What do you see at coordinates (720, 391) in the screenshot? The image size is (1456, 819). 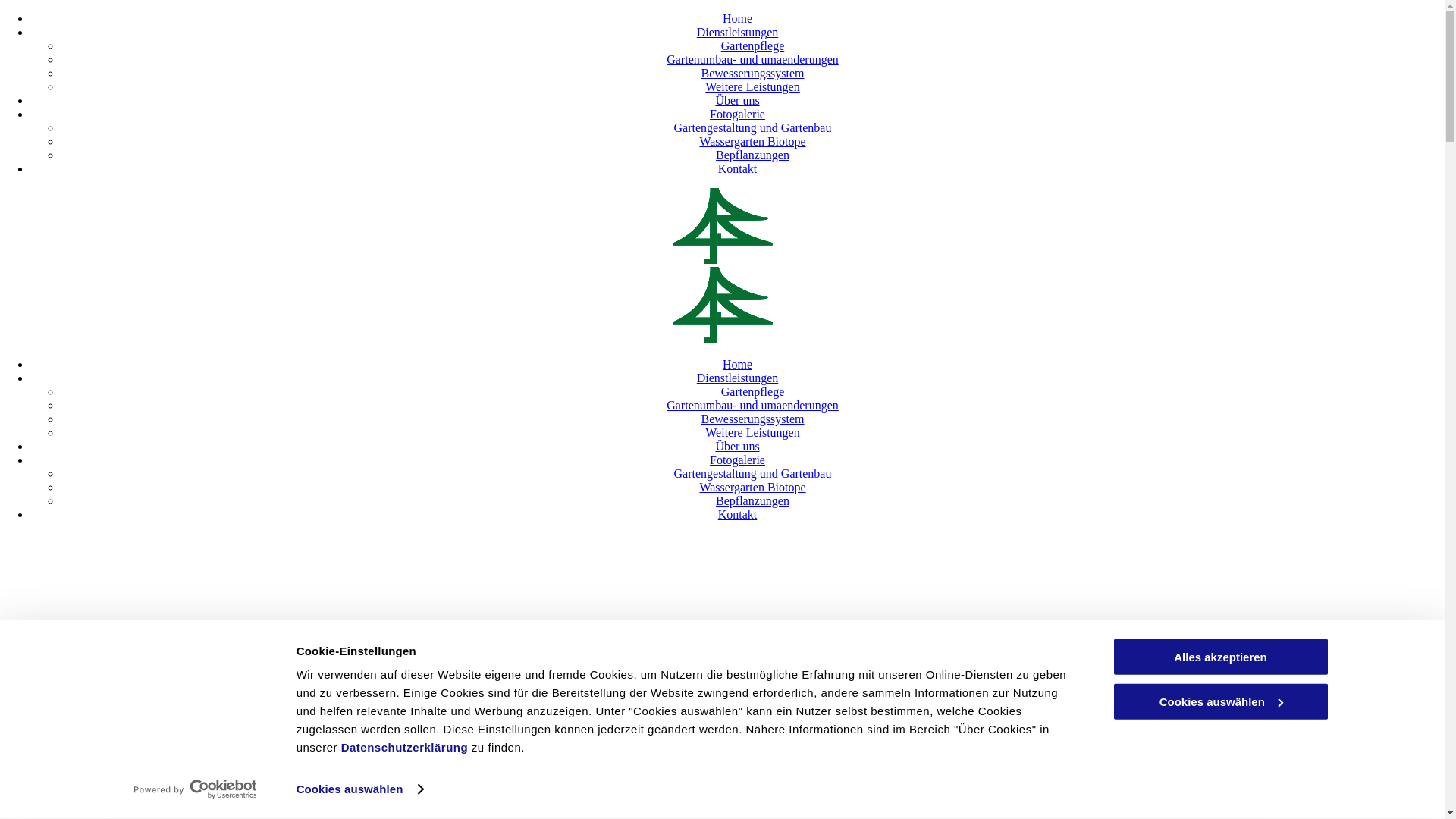 I see `'Gartenpflege'` at bounding box center [720, 391].